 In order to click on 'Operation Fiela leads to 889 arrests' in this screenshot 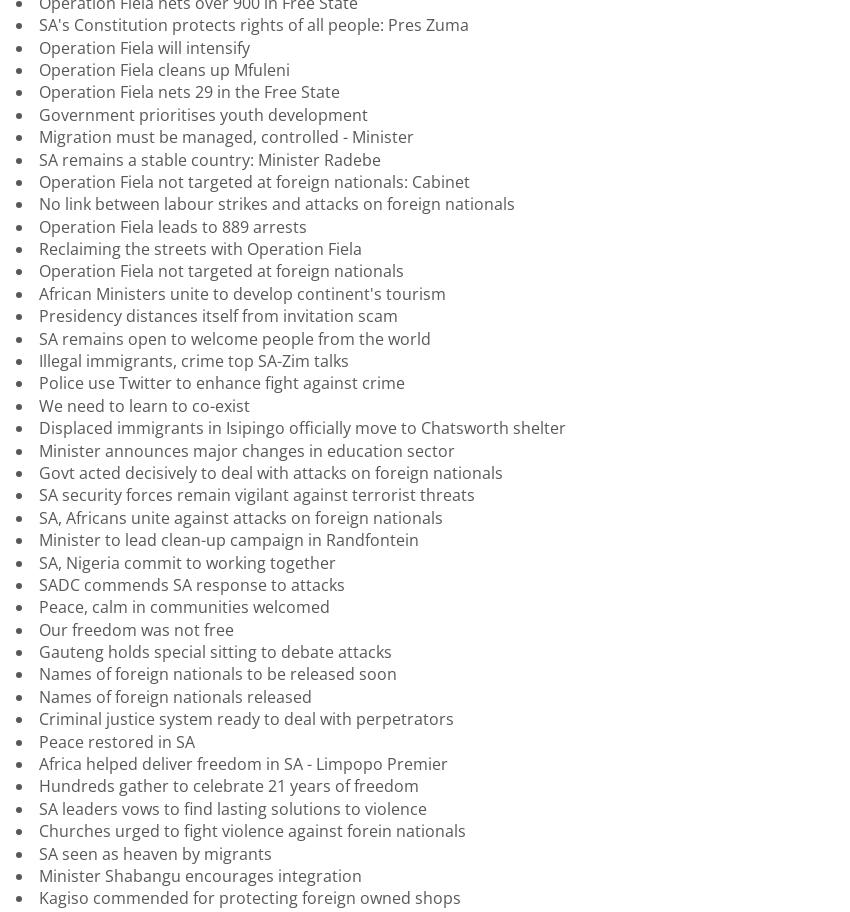, I will do `click(171, 224)`.